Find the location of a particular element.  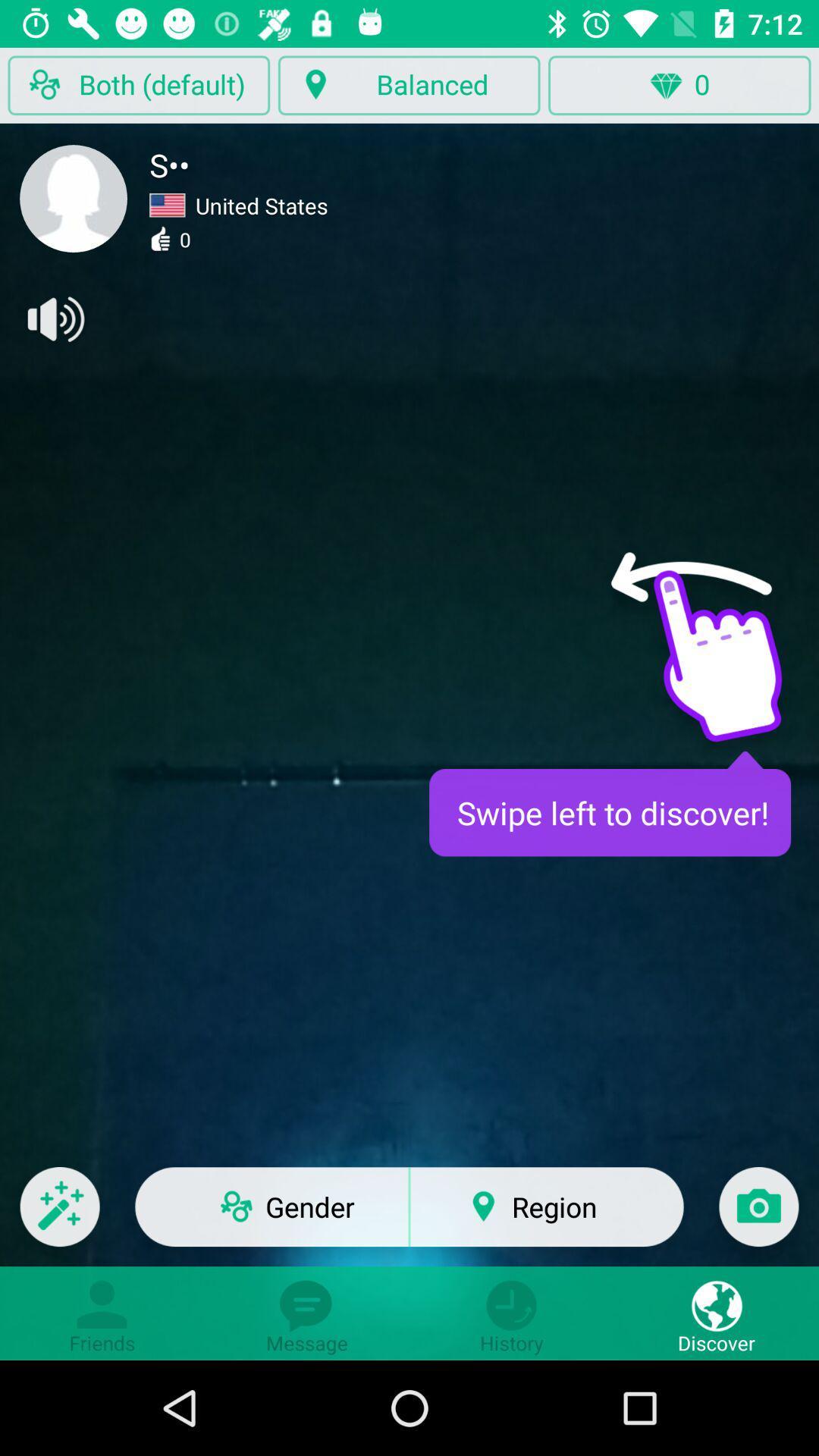

icon below both (default) item is located at coordinates (74, 198).